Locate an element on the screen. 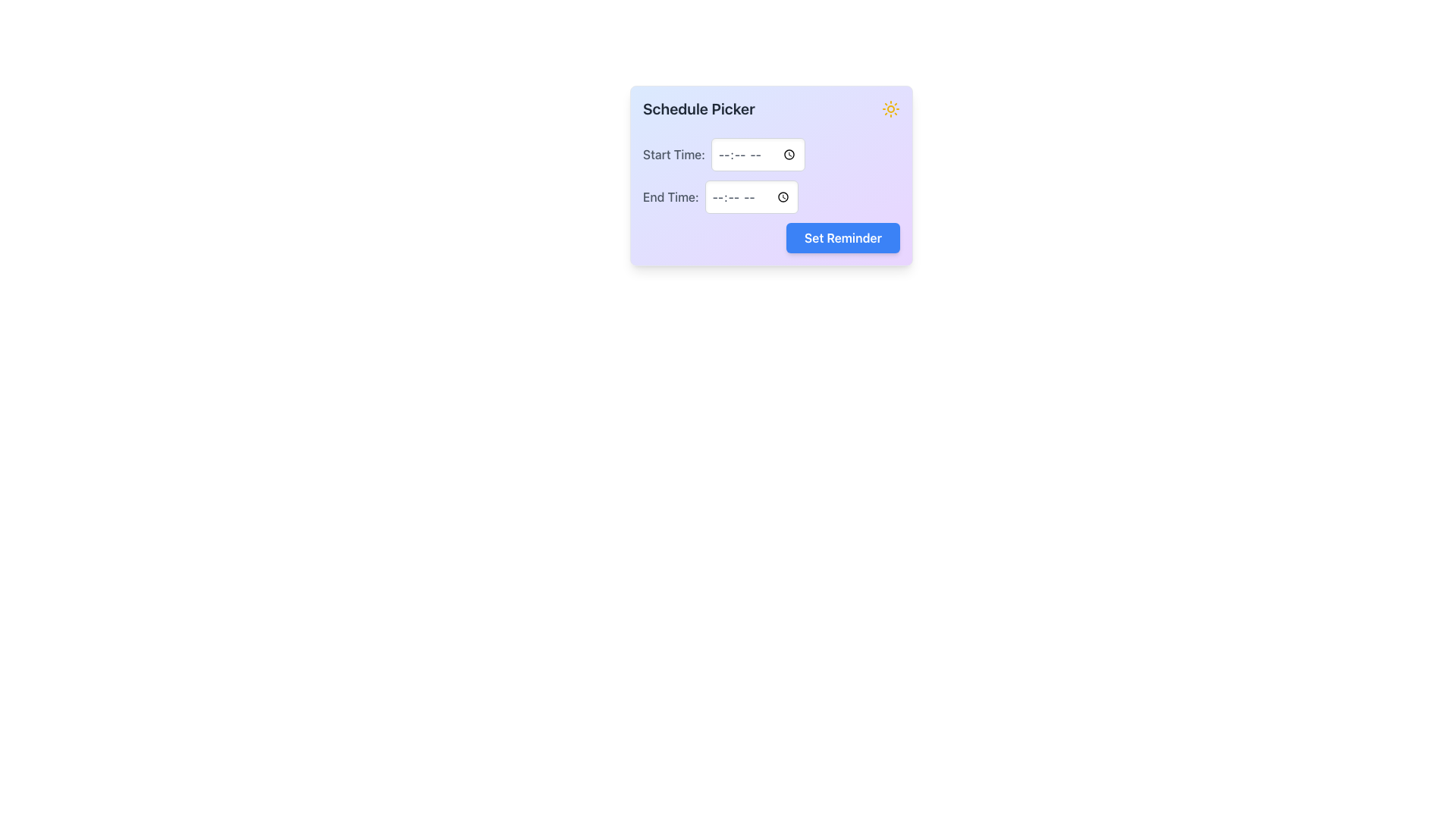  the Time input field labeled 'Start Time:' is located at coordinates (758, 155).